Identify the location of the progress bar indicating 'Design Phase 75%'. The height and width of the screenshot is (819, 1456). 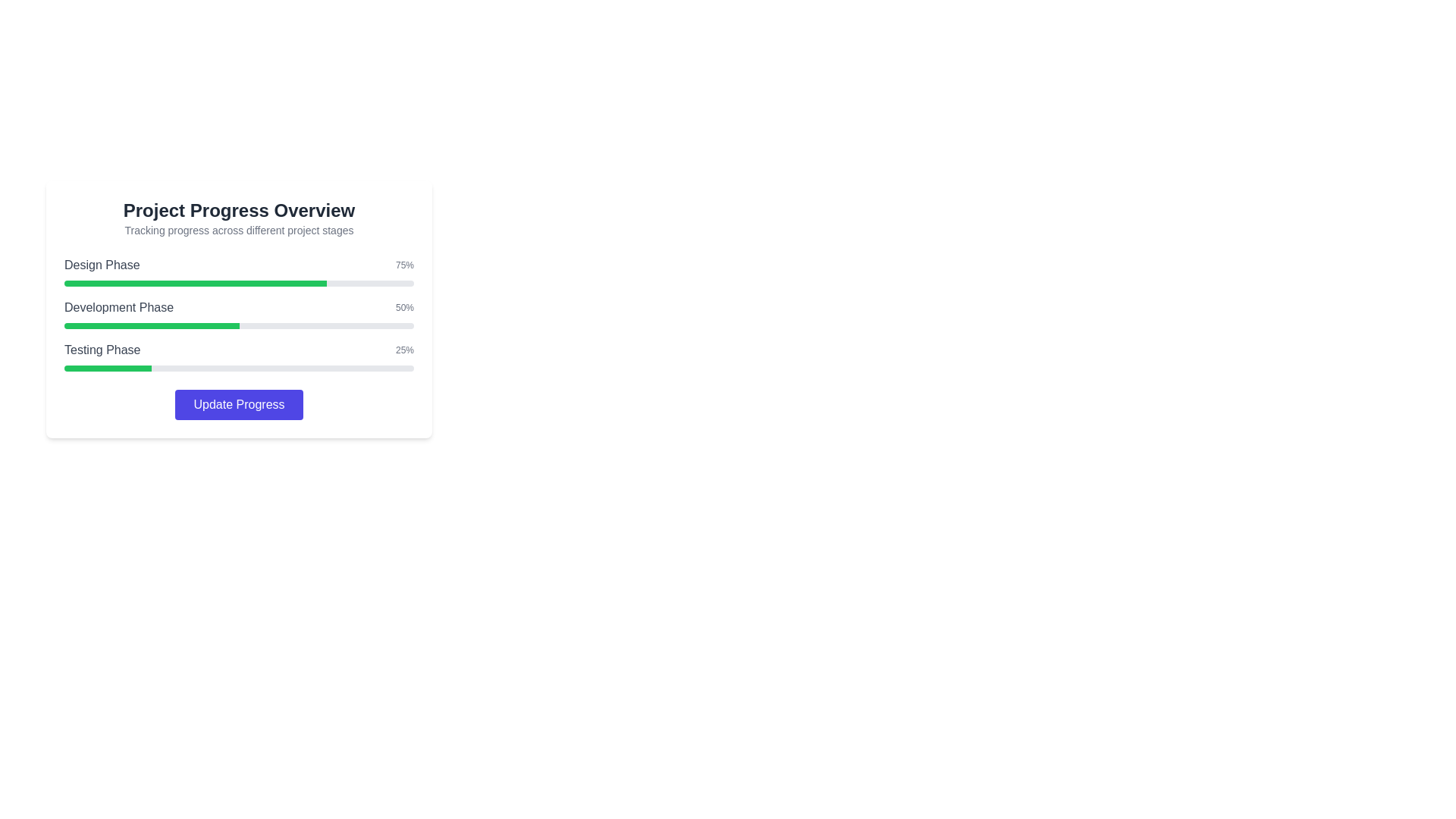
(238, 284).